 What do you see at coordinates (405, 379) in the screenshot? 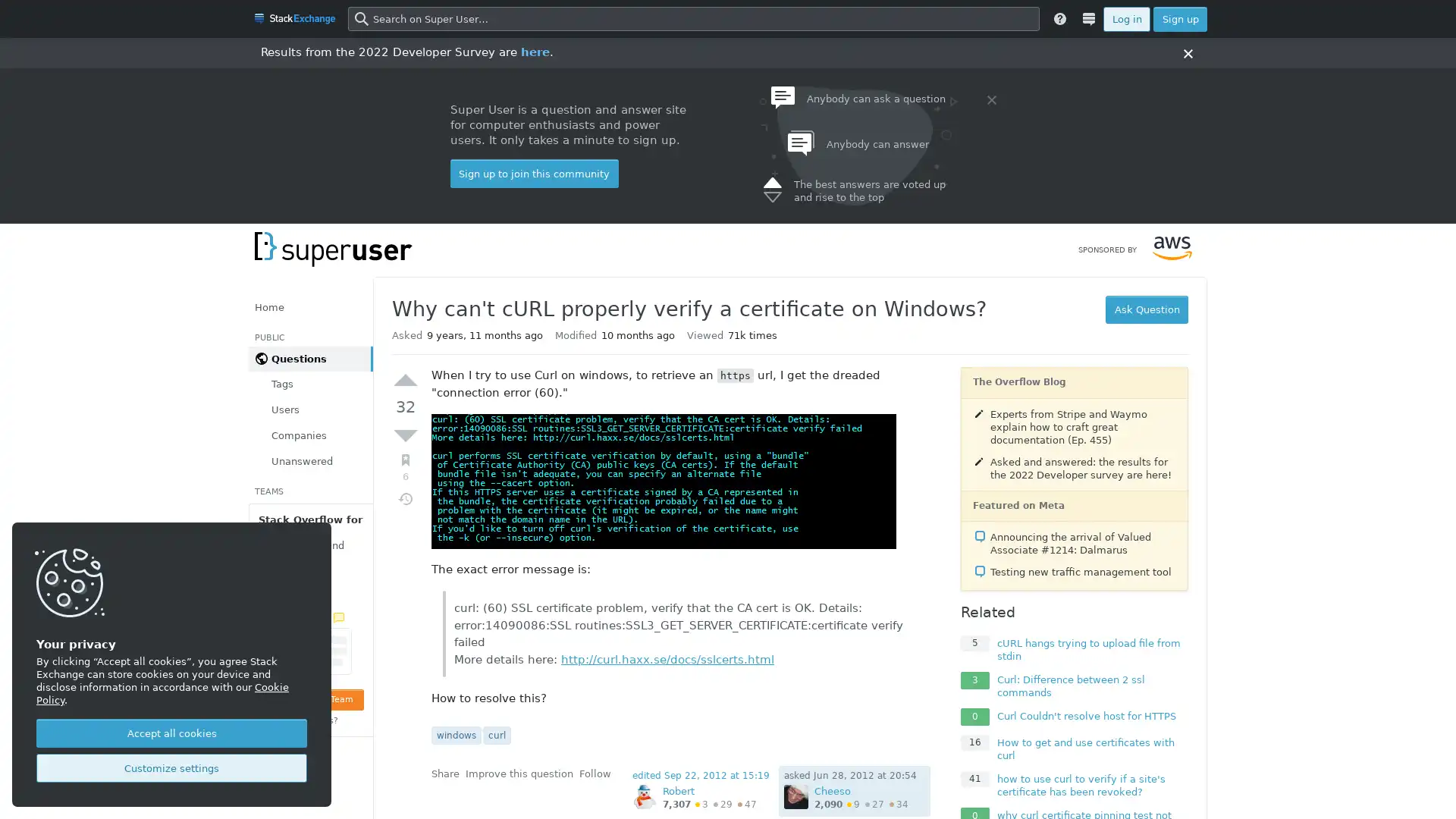
I see `Up vote` at bounding box center [405, 379].